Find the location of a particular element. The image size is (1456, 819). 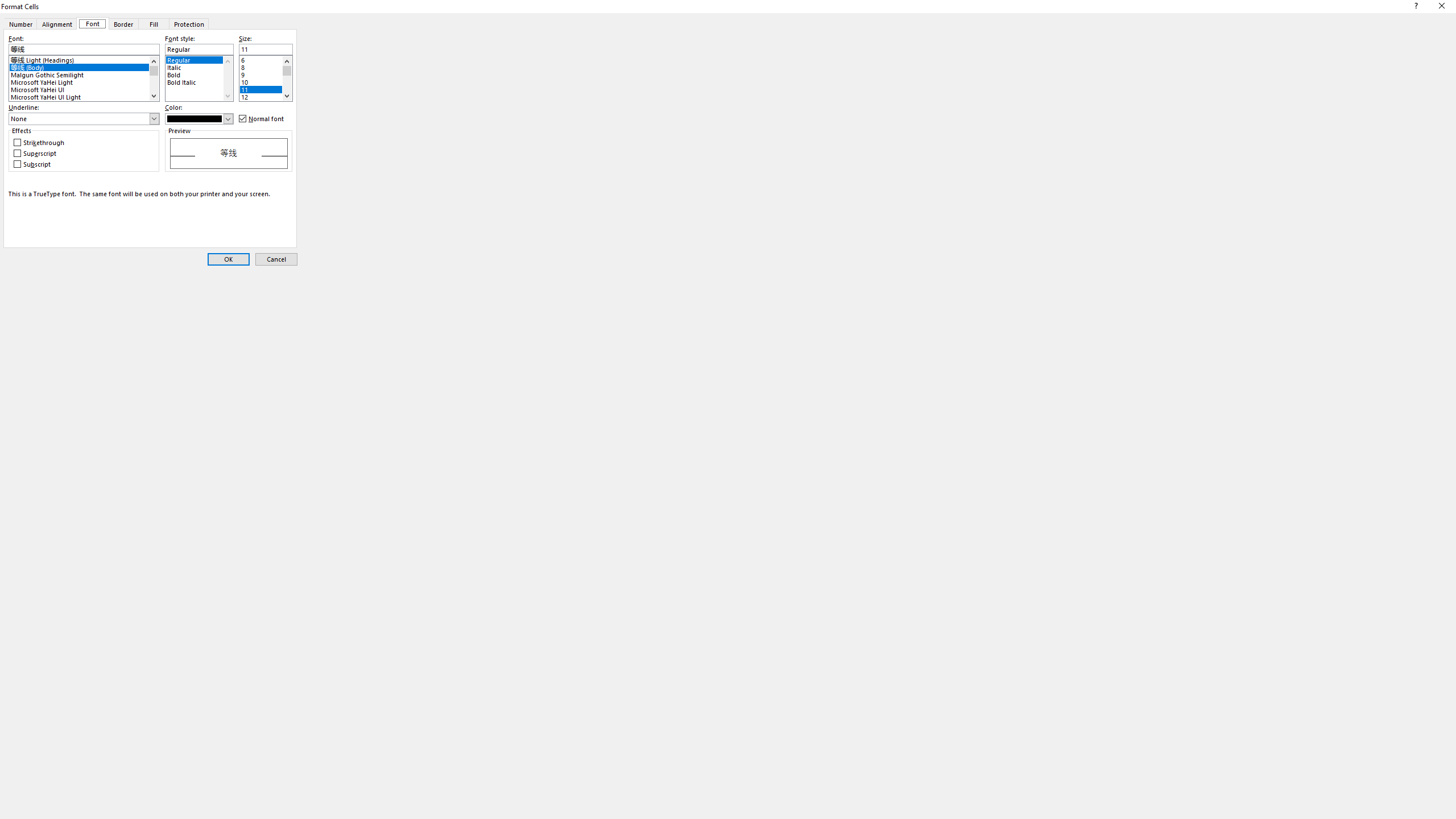

'Fill' is located at coordinates (153, 23).